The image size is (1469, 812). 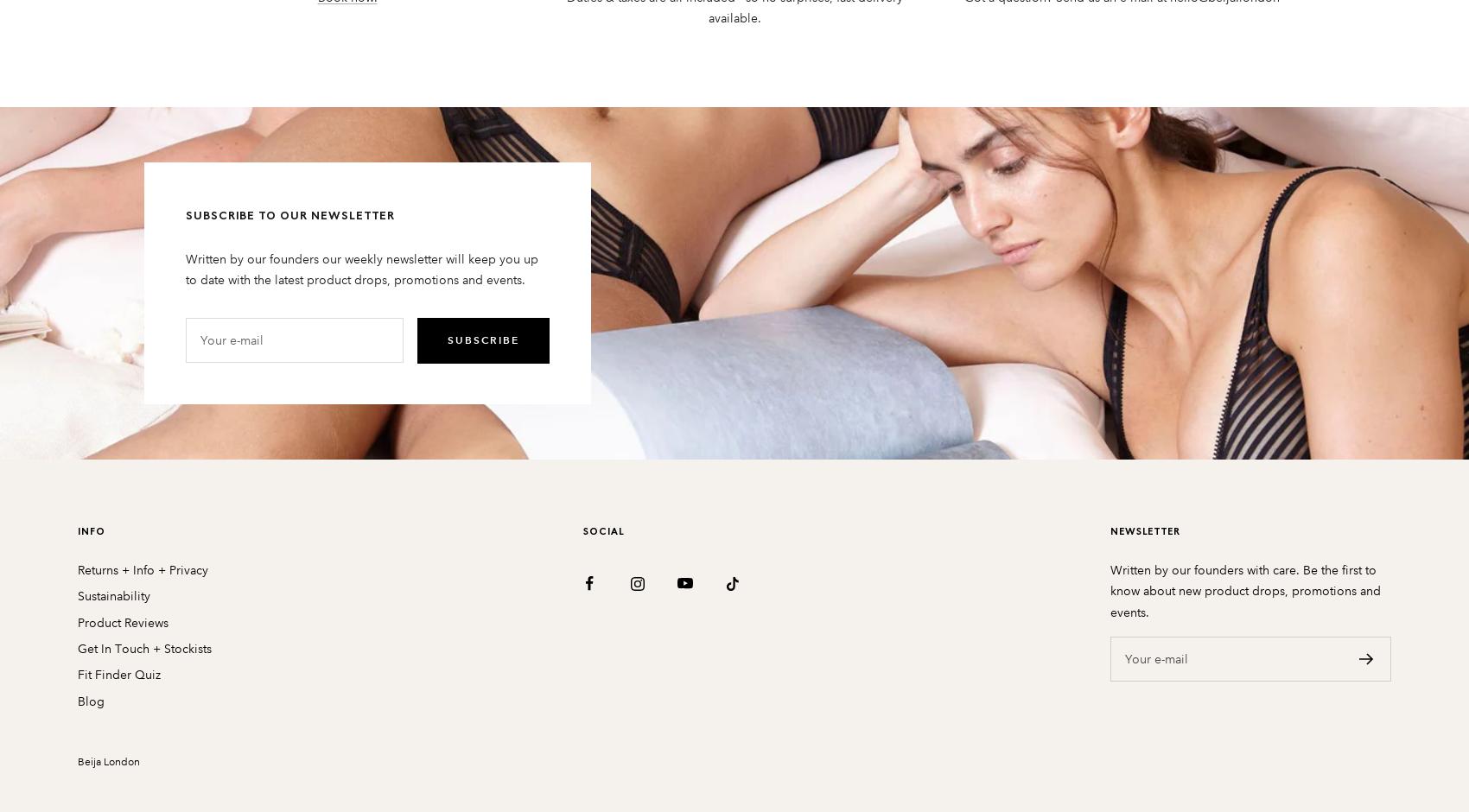 I want to click on 'Subscribe', so click(x=481, y=339).